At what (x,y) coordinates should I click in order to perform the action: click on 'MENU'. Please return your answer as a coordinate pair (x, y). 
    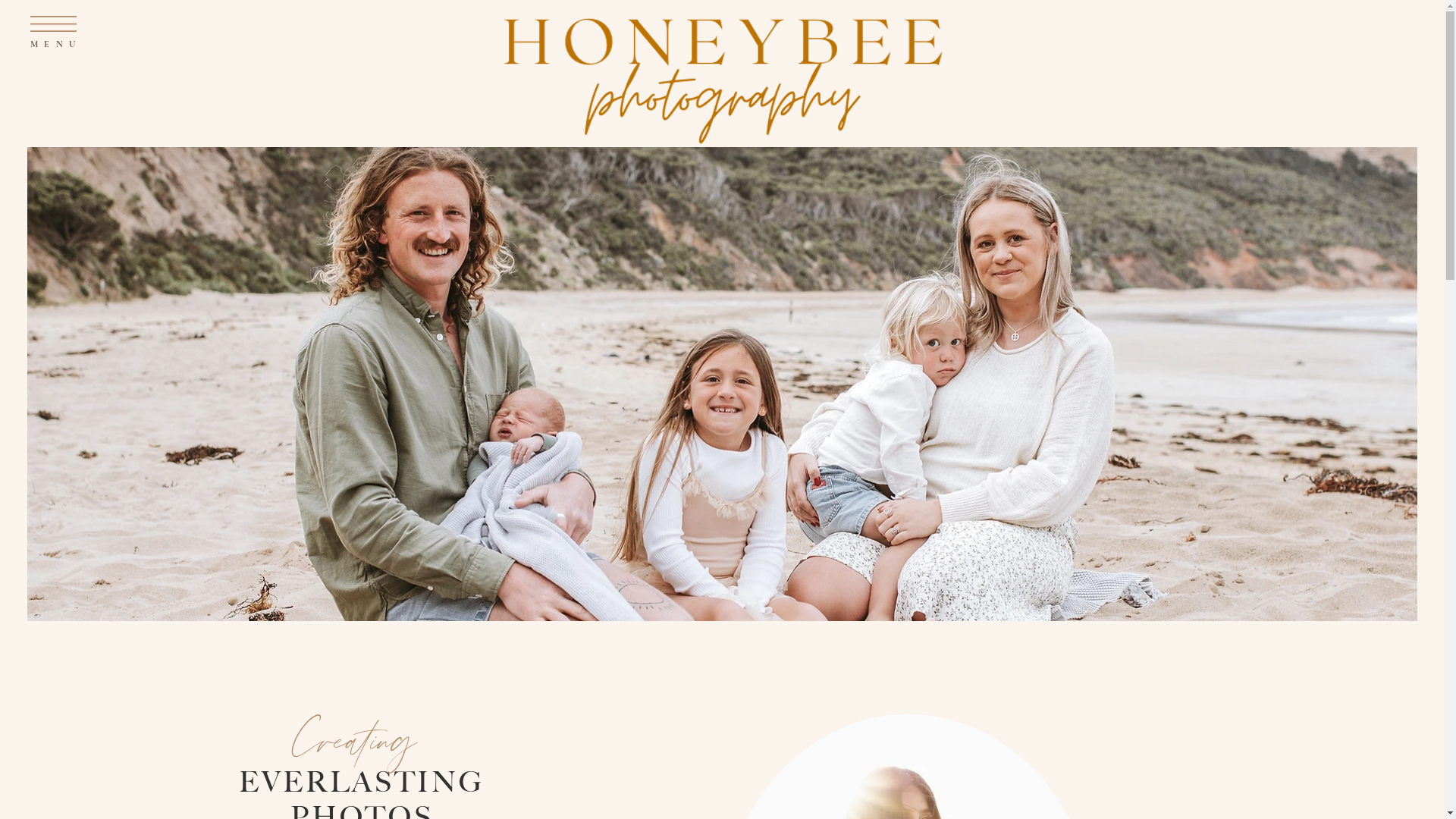
    Looking at the image, I should click on (55, 42).